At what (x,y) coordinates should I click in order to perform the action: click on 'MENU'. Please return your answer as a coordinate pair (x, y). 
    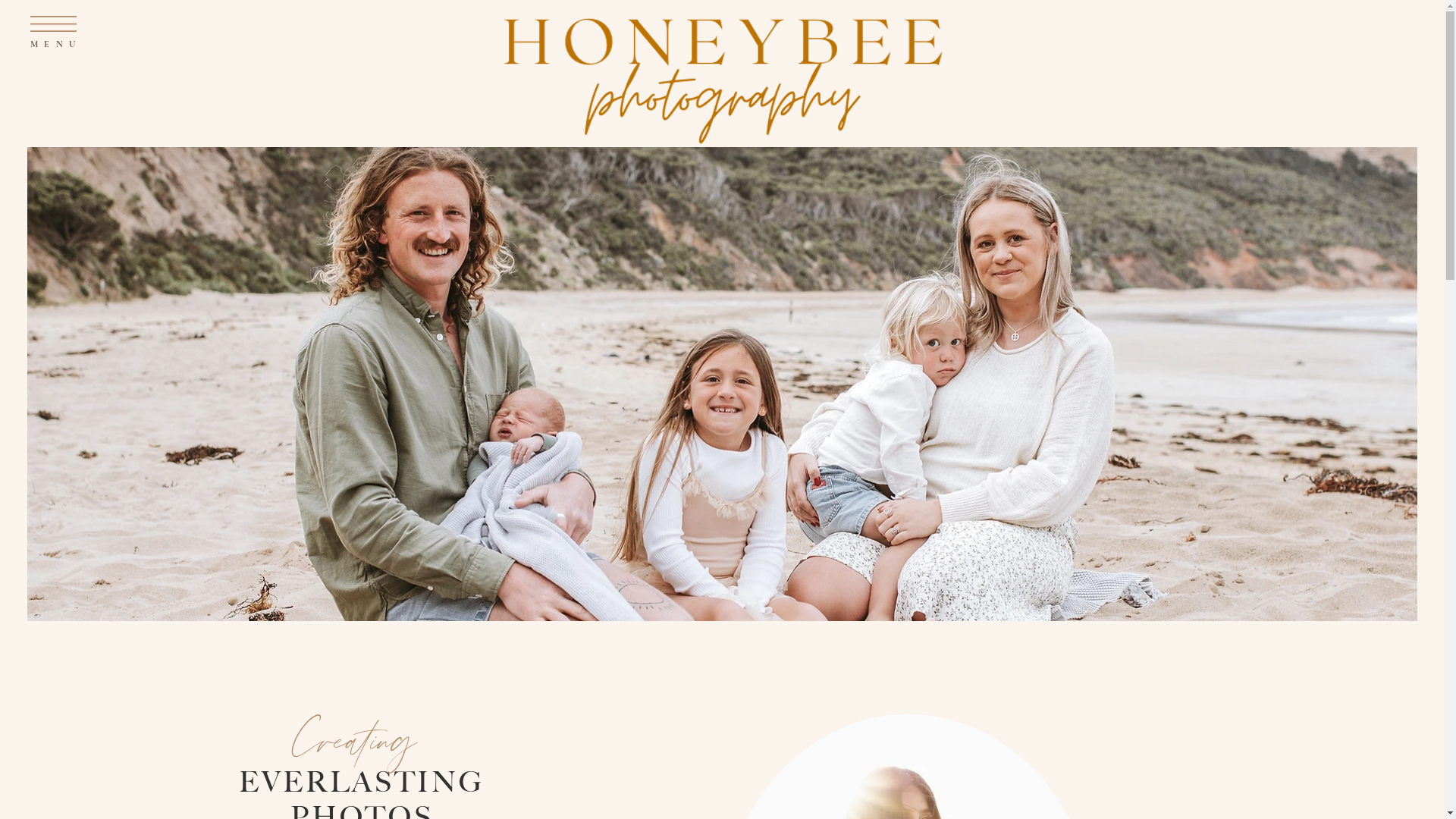
    Looking at the image, I should click on (55, 42).